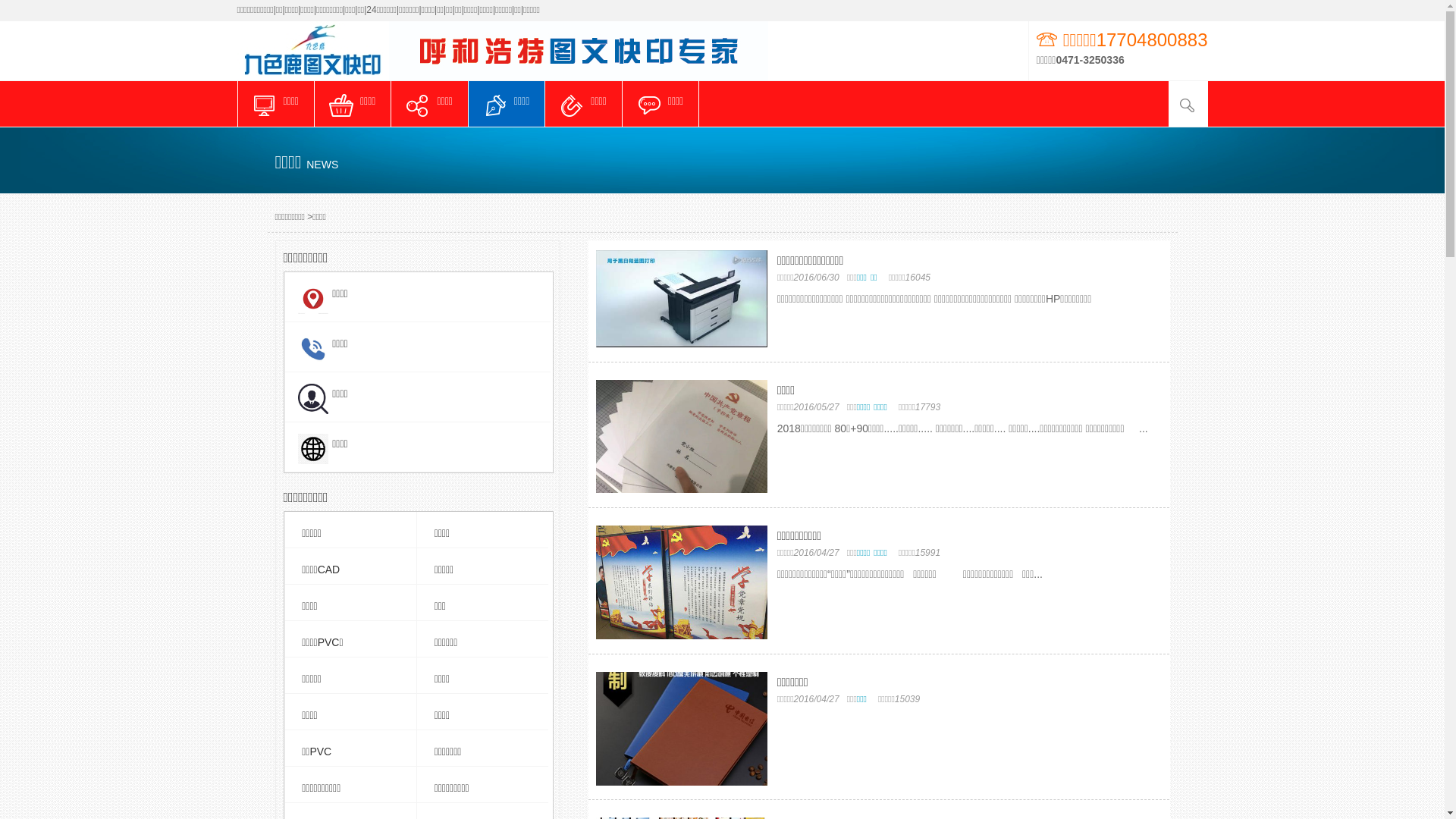  I want to click on '>', so click(308, 216).